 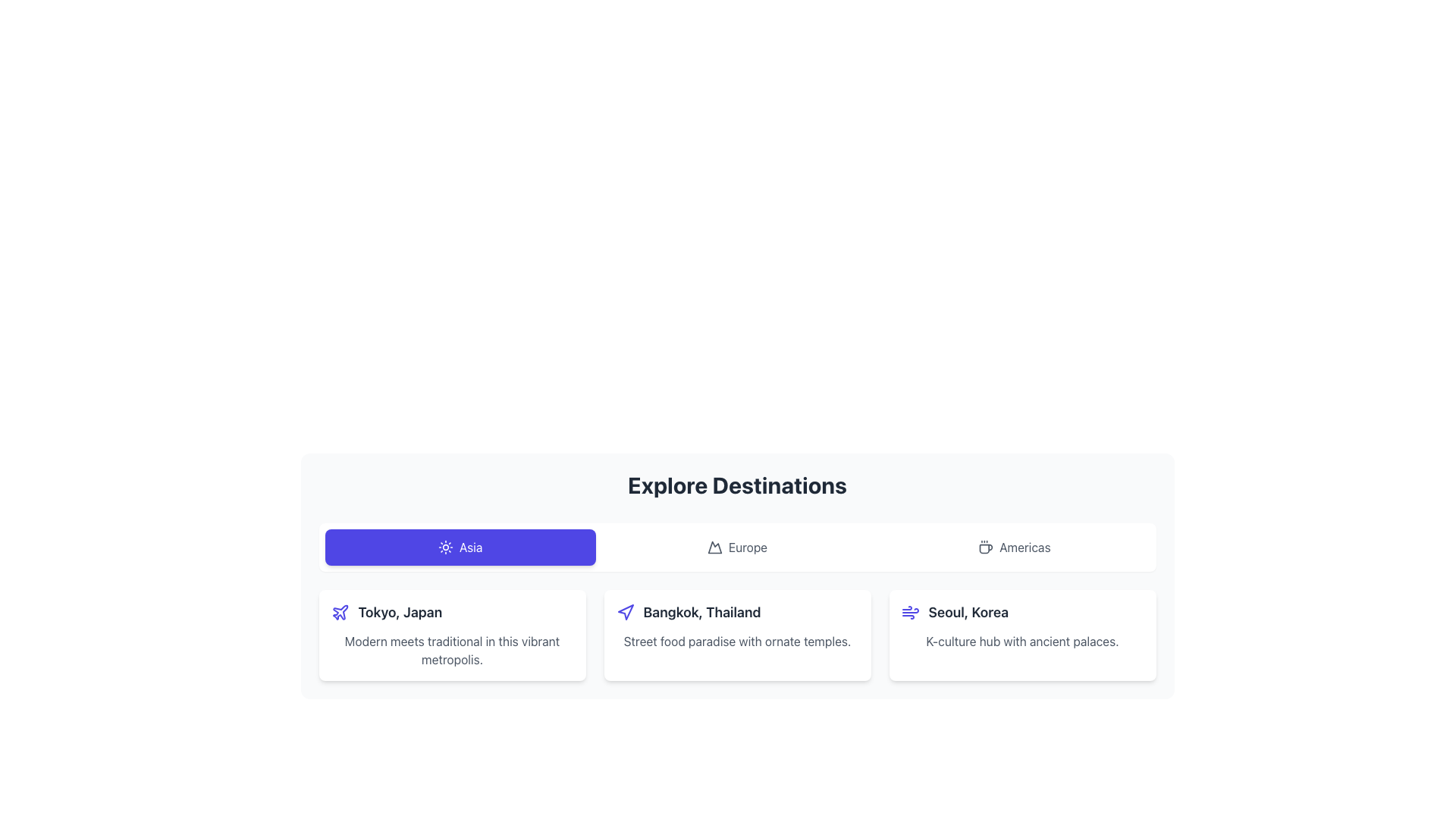 I want to click on the static text element that provides a brief description about the destination Tokyo, Japan, located at the bottom of the card in the first column of a three-column layout, so click(x=451, y=649).